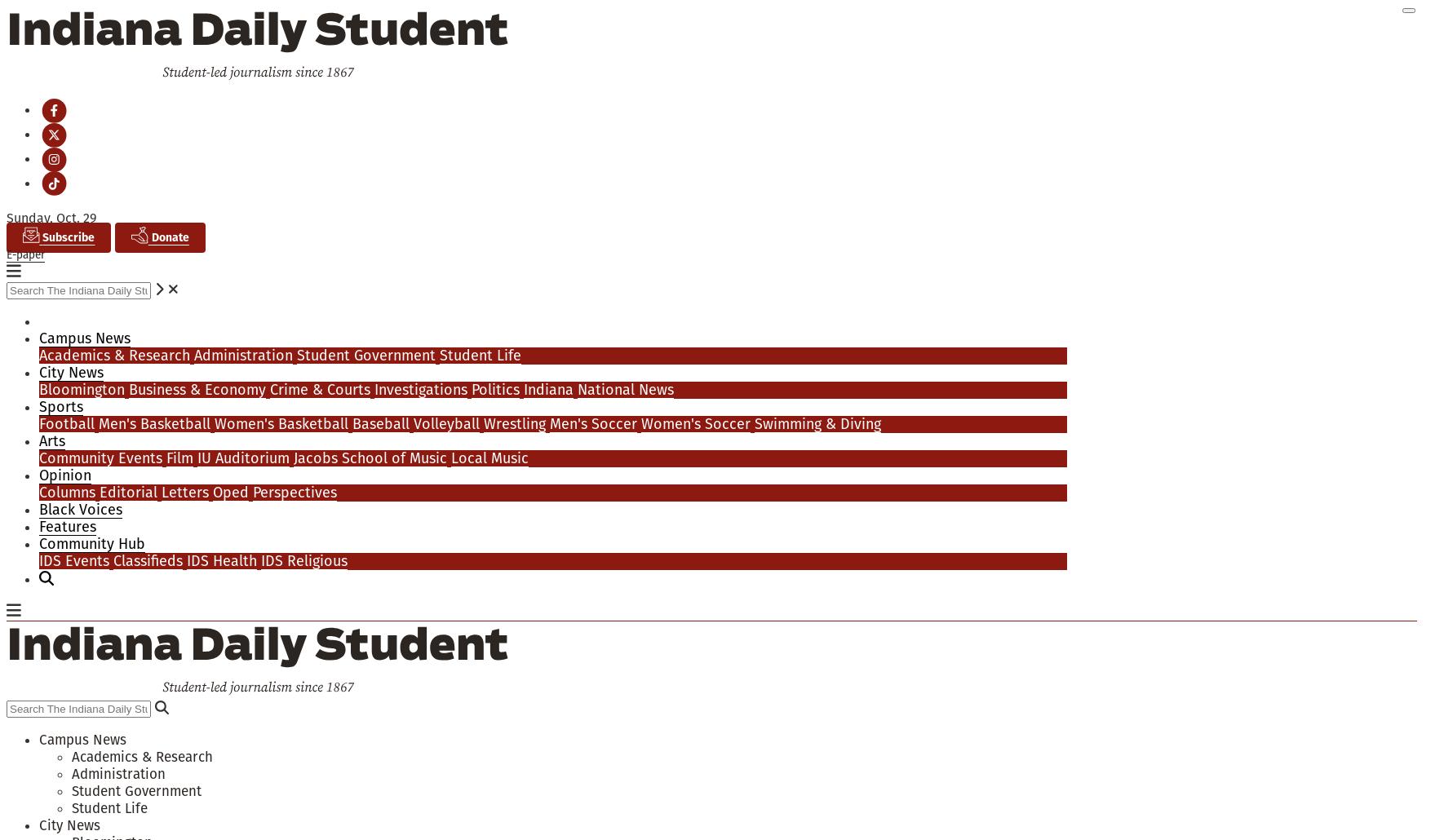 The width and height of the screenshot is (1444, 840). Describe the element at coordinates (79, 507) in the screenshot. I see `'Black Voices'` at that location.